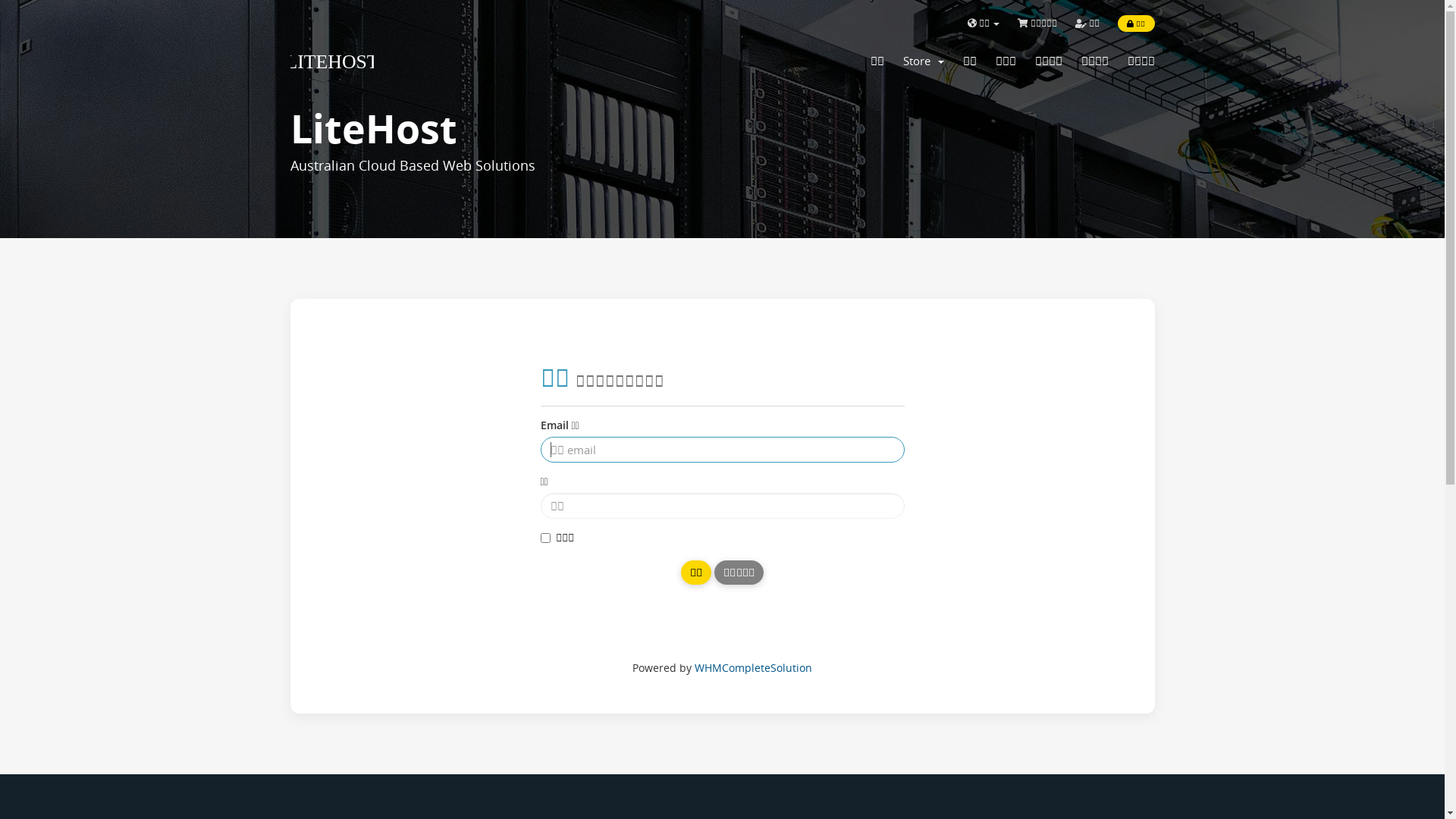 The height and width of the screenshot is (819, 1456). I want to click on 'WHMCompleteSolution', so click(753, 667).